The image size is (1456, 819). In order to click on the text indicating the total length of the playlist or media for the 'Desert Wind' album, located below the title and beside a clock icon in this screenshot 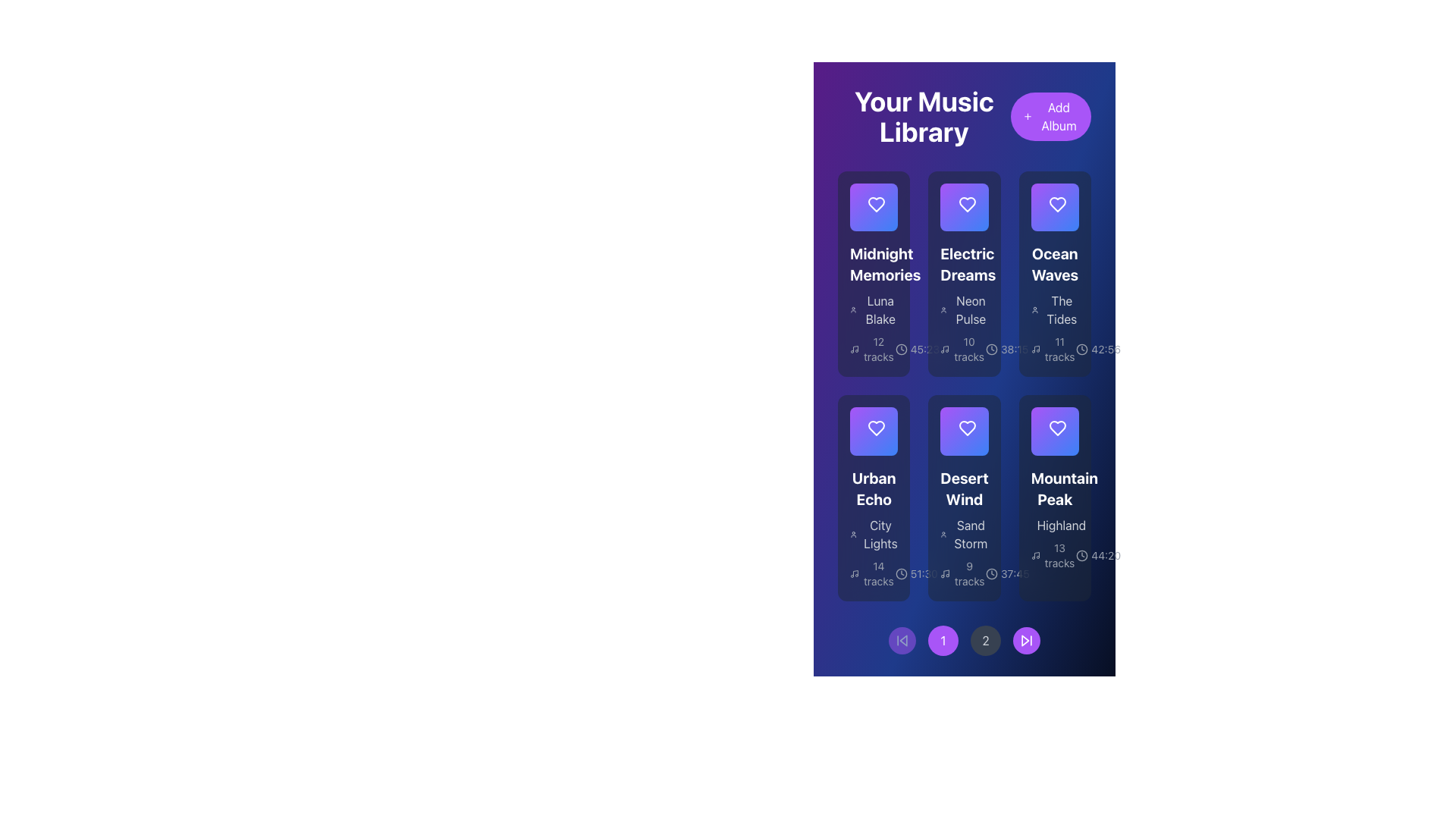, I will do `click(923, 573)`.